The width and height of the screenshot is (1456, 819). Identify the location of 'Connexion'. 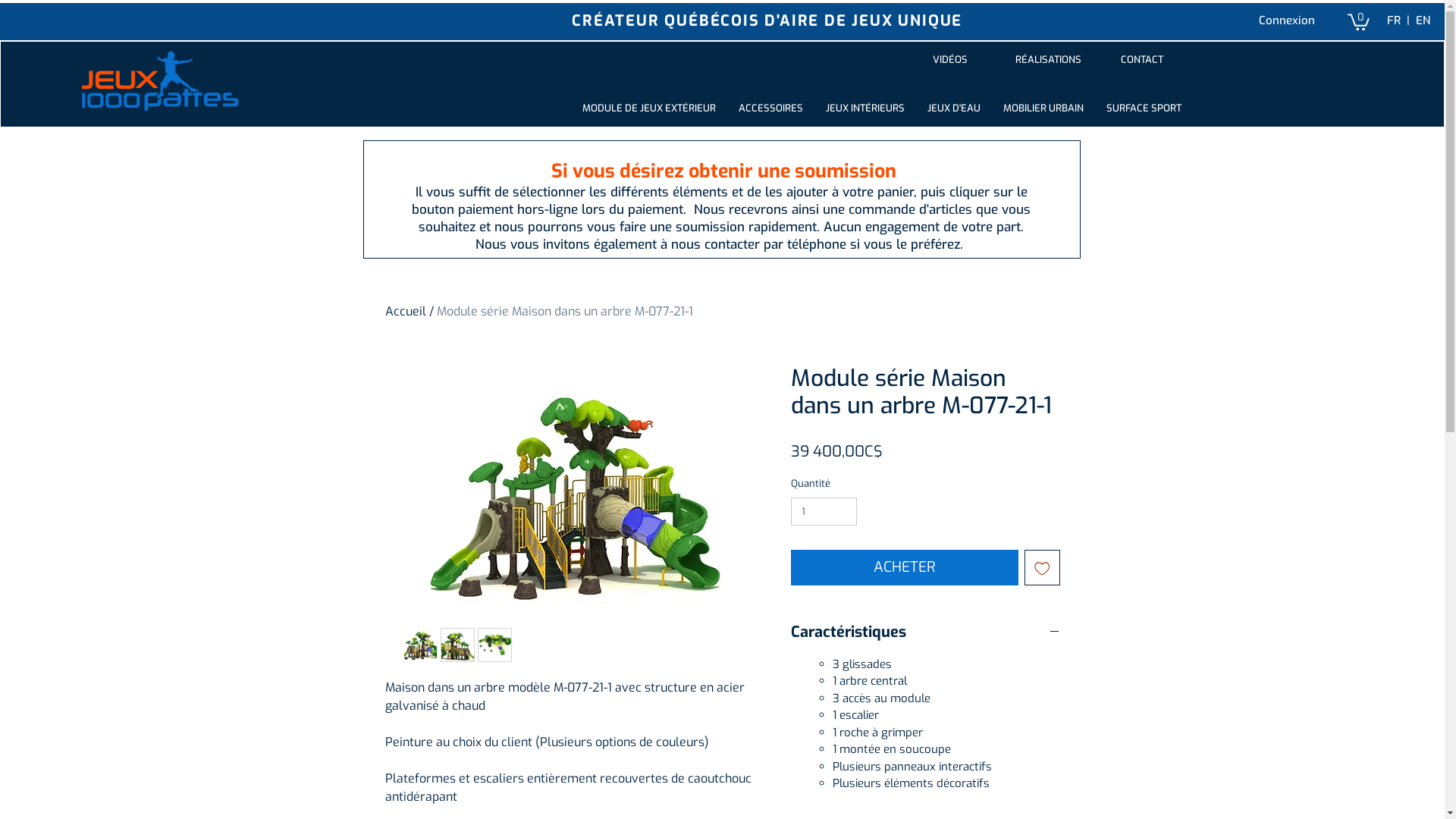
(1286, 20).